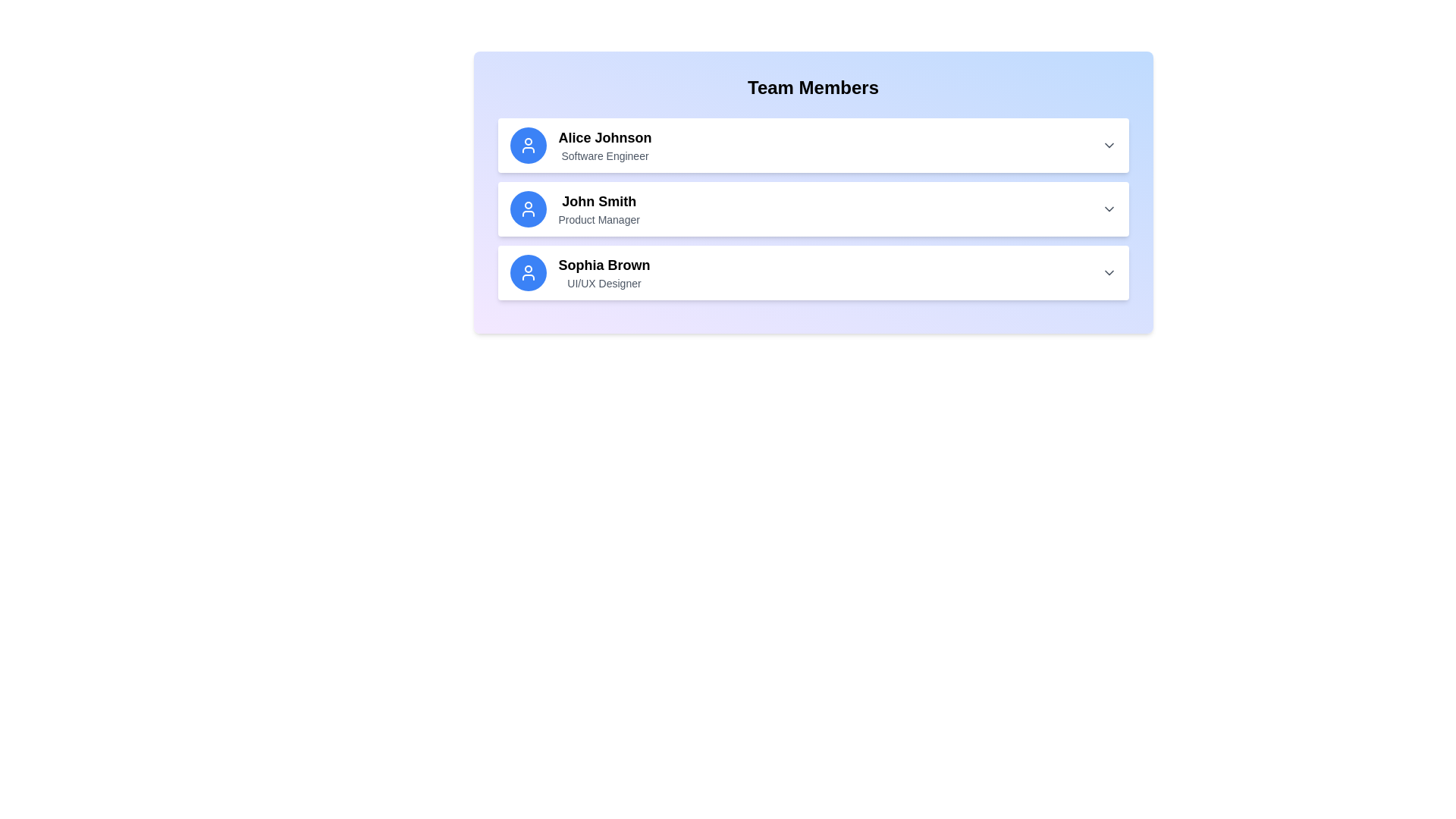  I want to click on the downward-facing chevron icon on the far right of the row containing 'John Smith' and 'Product Manager', so click(1109, 209).